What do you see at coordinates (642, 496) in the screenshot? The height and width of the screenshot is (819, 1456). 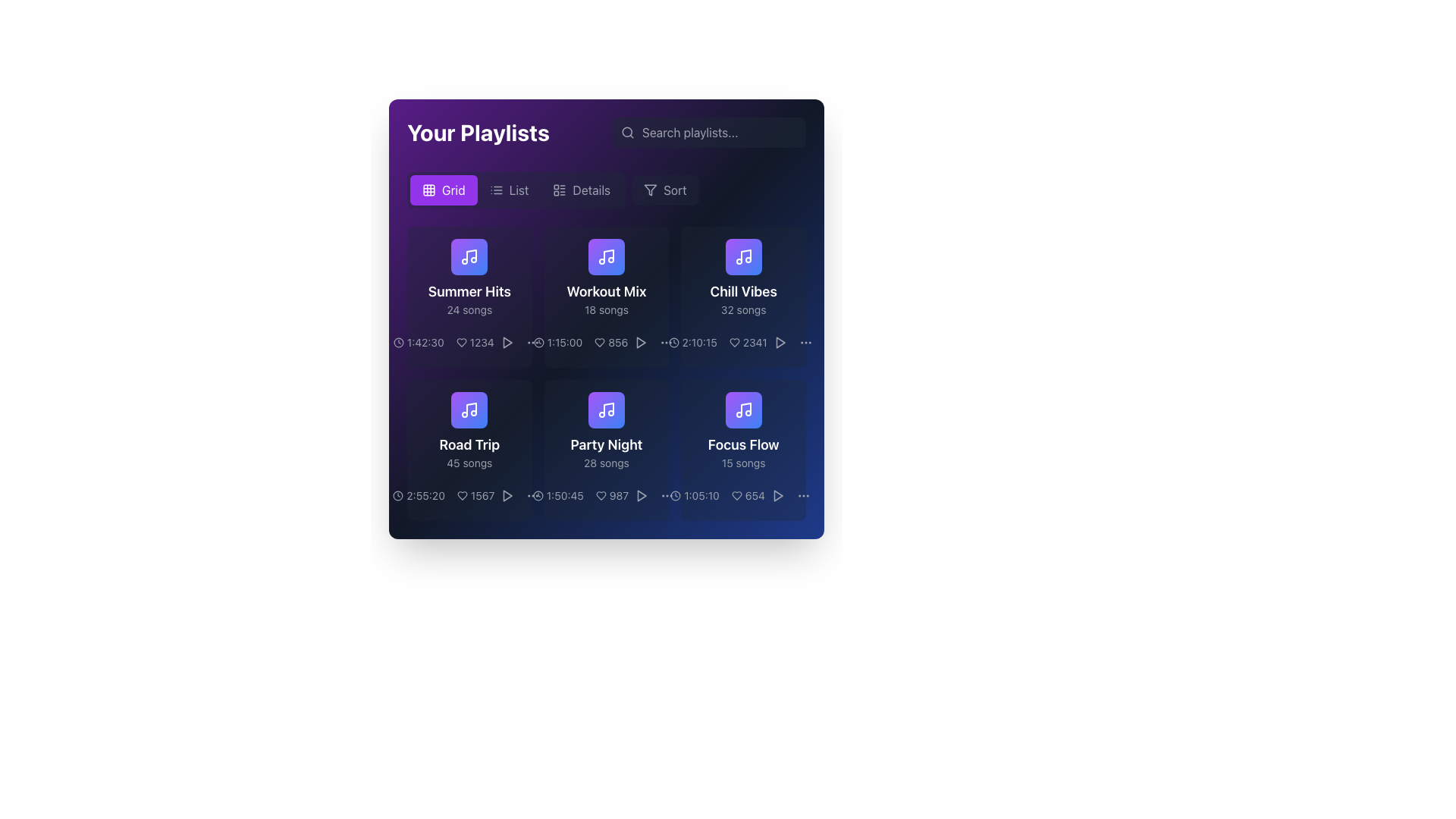 I see `the play button icon located in the bottom row, third column of the grid layout, which is represented by a triangular shape pointing right` at bounding box center [642, 496].